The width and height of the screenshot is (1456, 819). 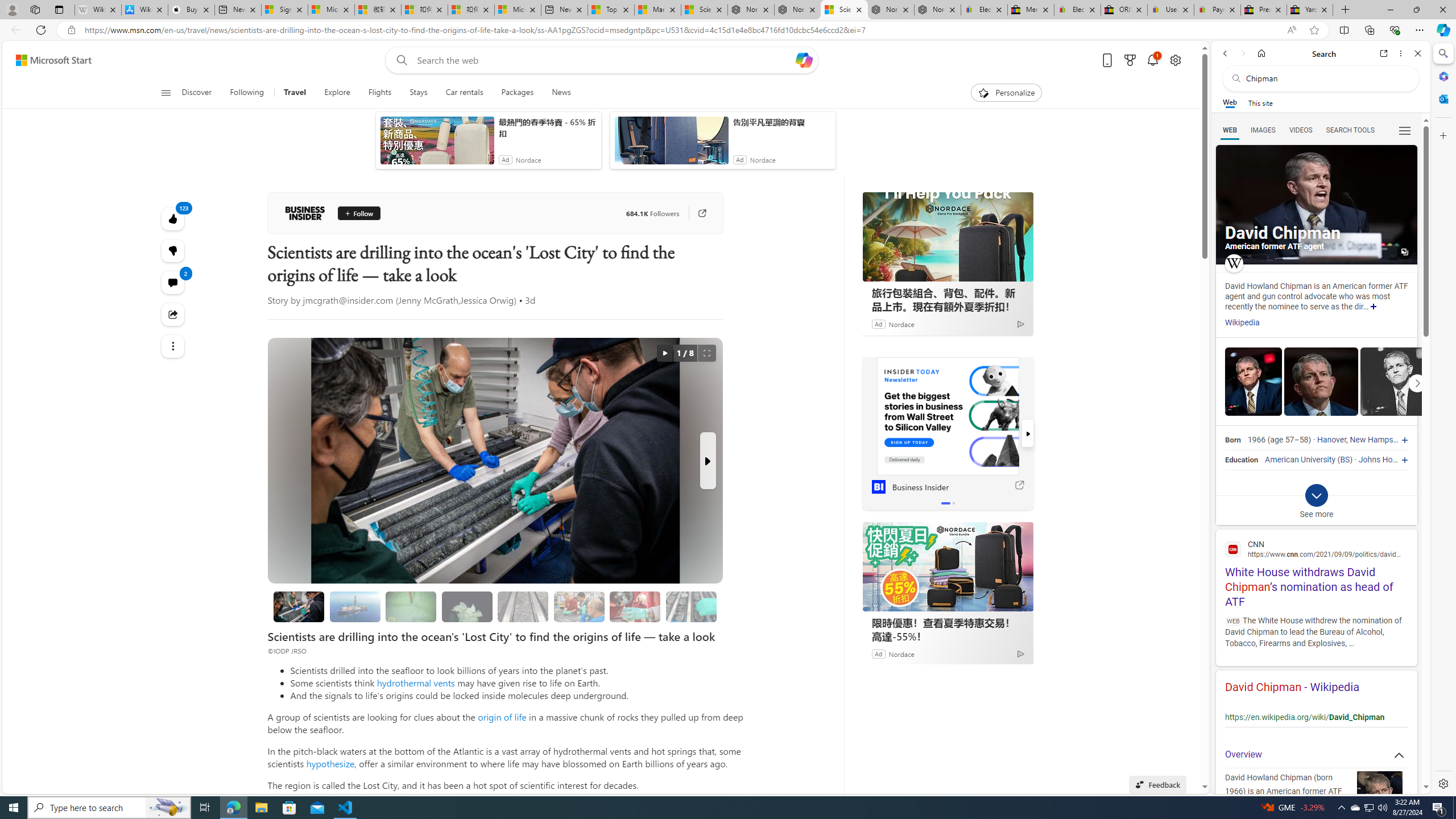 What do you see at coordinates (418, 92) in the screenshot?
I see `'Stays'` at bounding box center [418, 92].